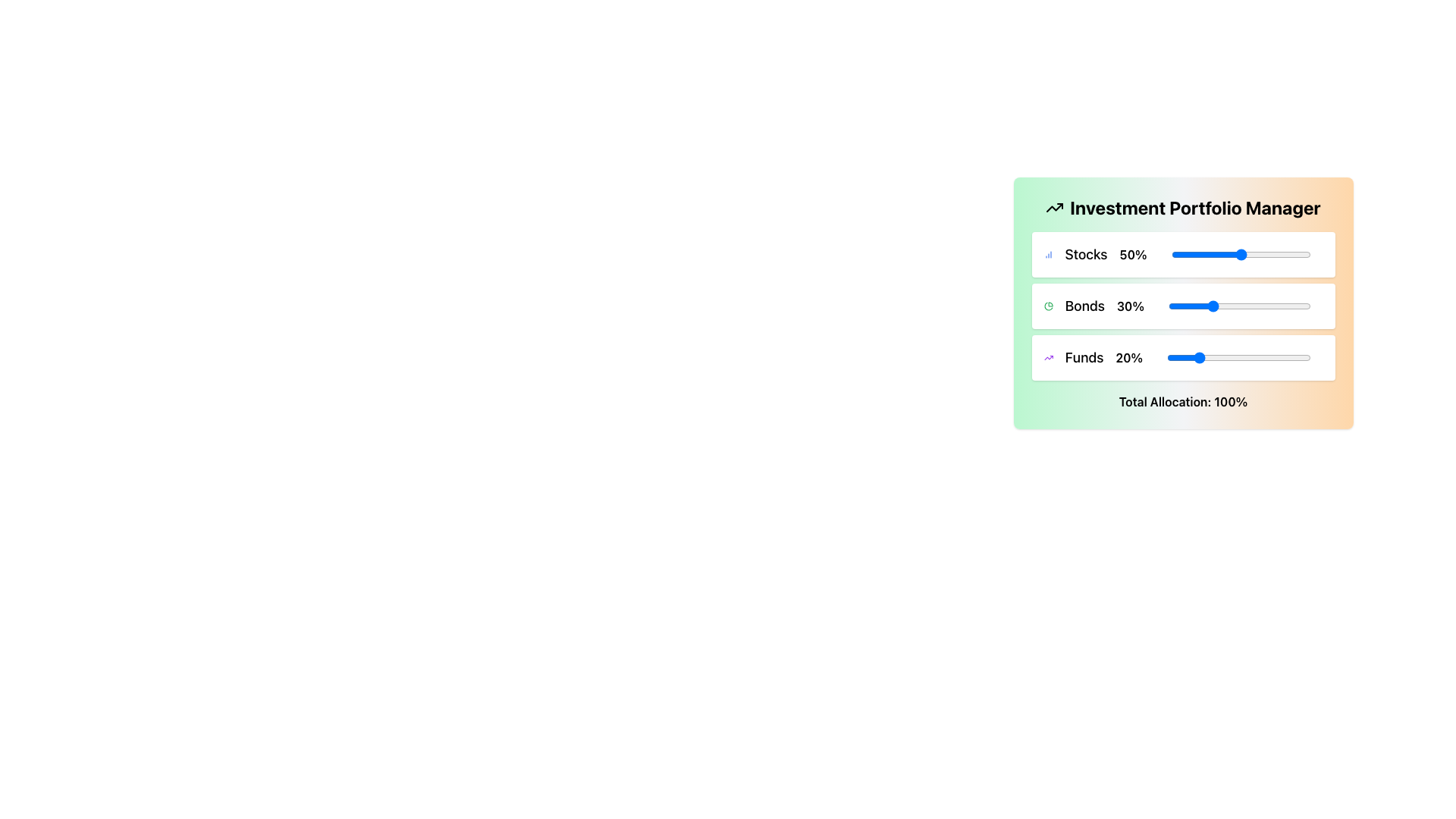  What do you see at coordinates (1182, 253) in the screenshot?
I see `the track of the slider input located on the white card labeled 'Stocks 50%' in the Investment Portfolio Manager interface to jump to a value` at bounding box center [1182, 253].